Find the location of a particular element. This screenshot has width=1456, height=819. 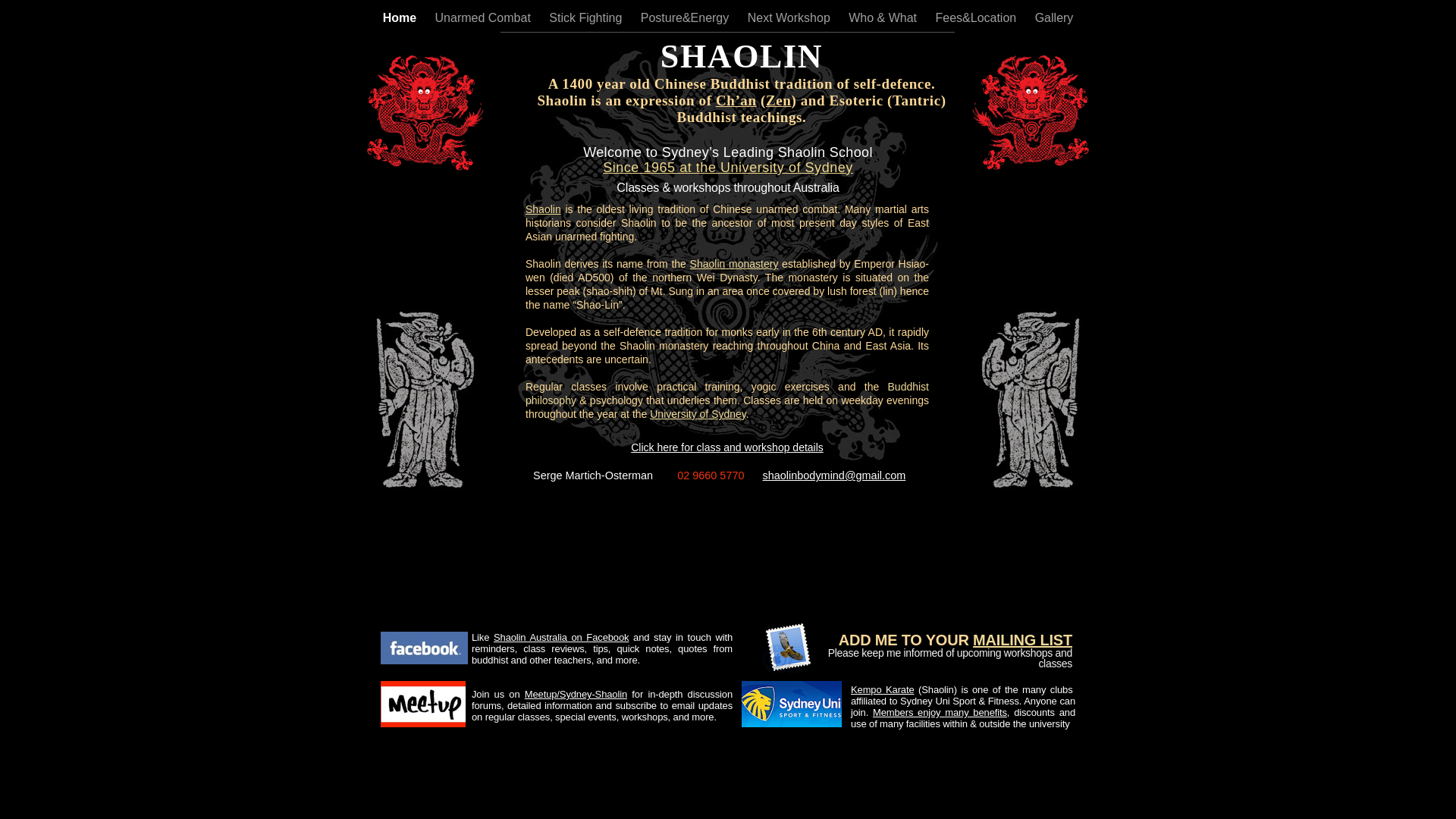

'shaolinbodymind@gmail.com' is located at coordinates (833, 475).